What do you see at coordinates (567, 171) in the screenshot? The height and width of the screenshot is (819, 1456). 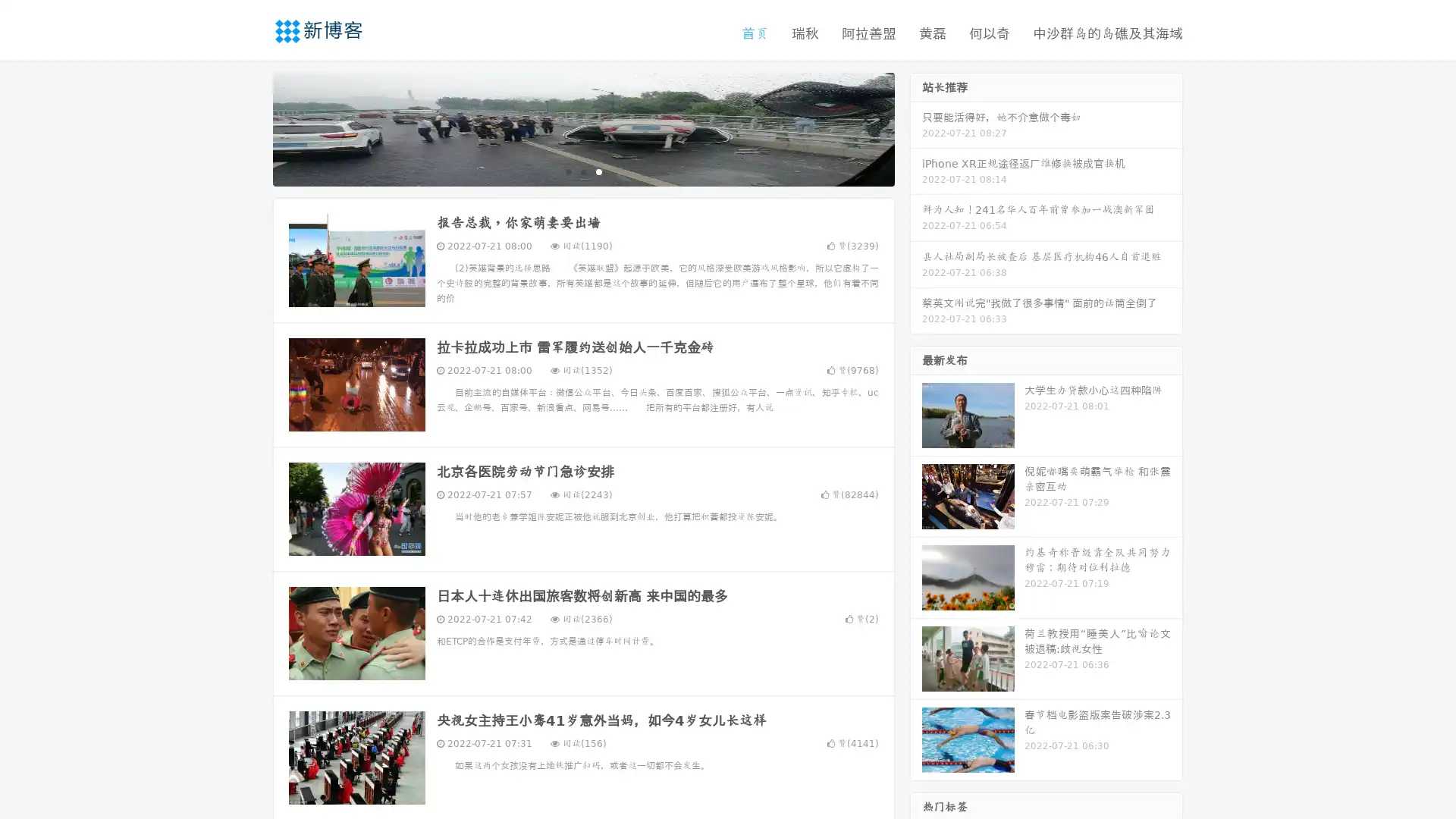 I see `Go to slide 1` at bounding box center [567, 171].